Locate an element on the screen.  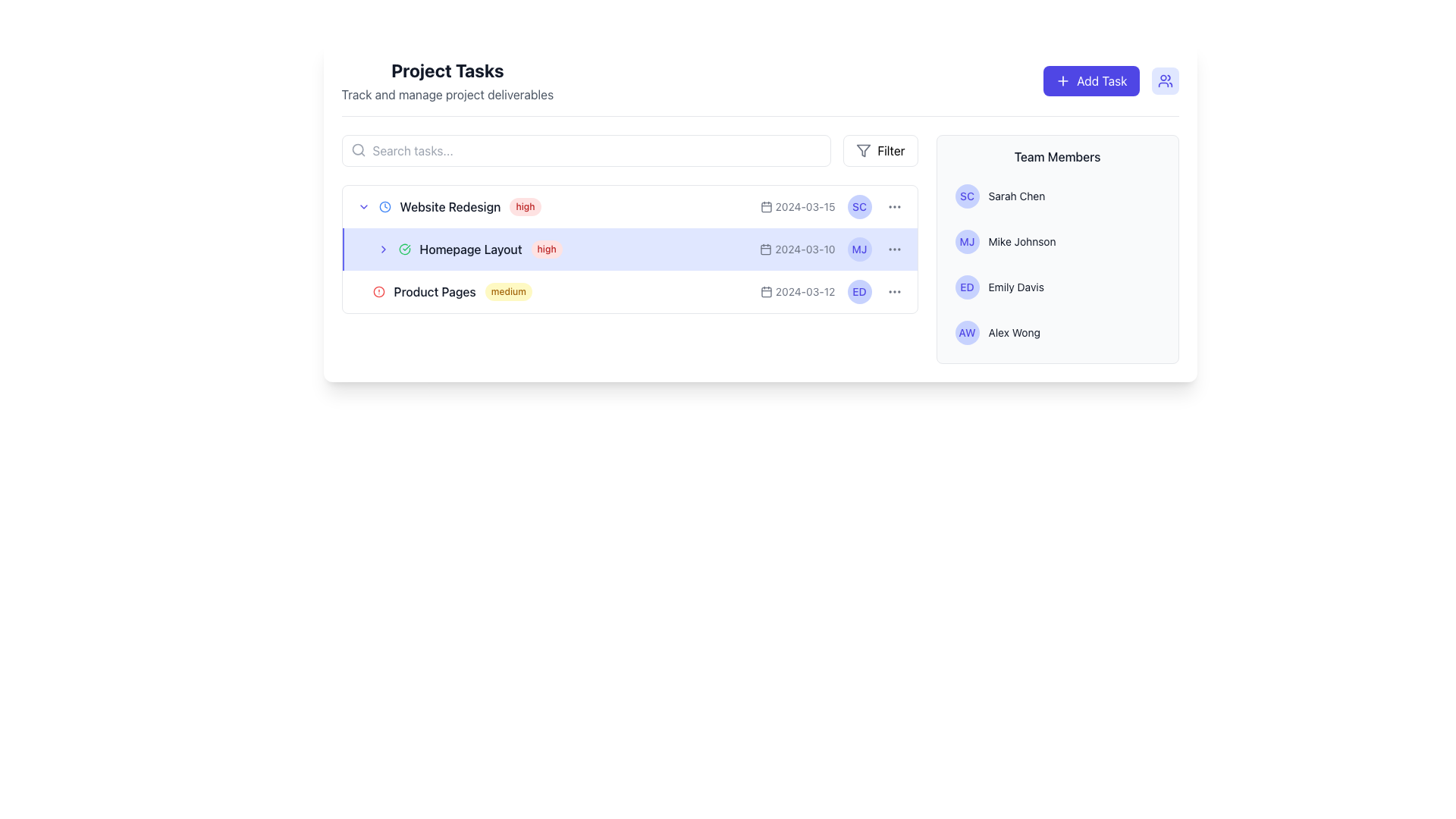
the button located in the row of the task 'Website Redesign' with a deadline of '2024-03-15', adjacent to the initials 'SC' is located at coordinates (894, 207).